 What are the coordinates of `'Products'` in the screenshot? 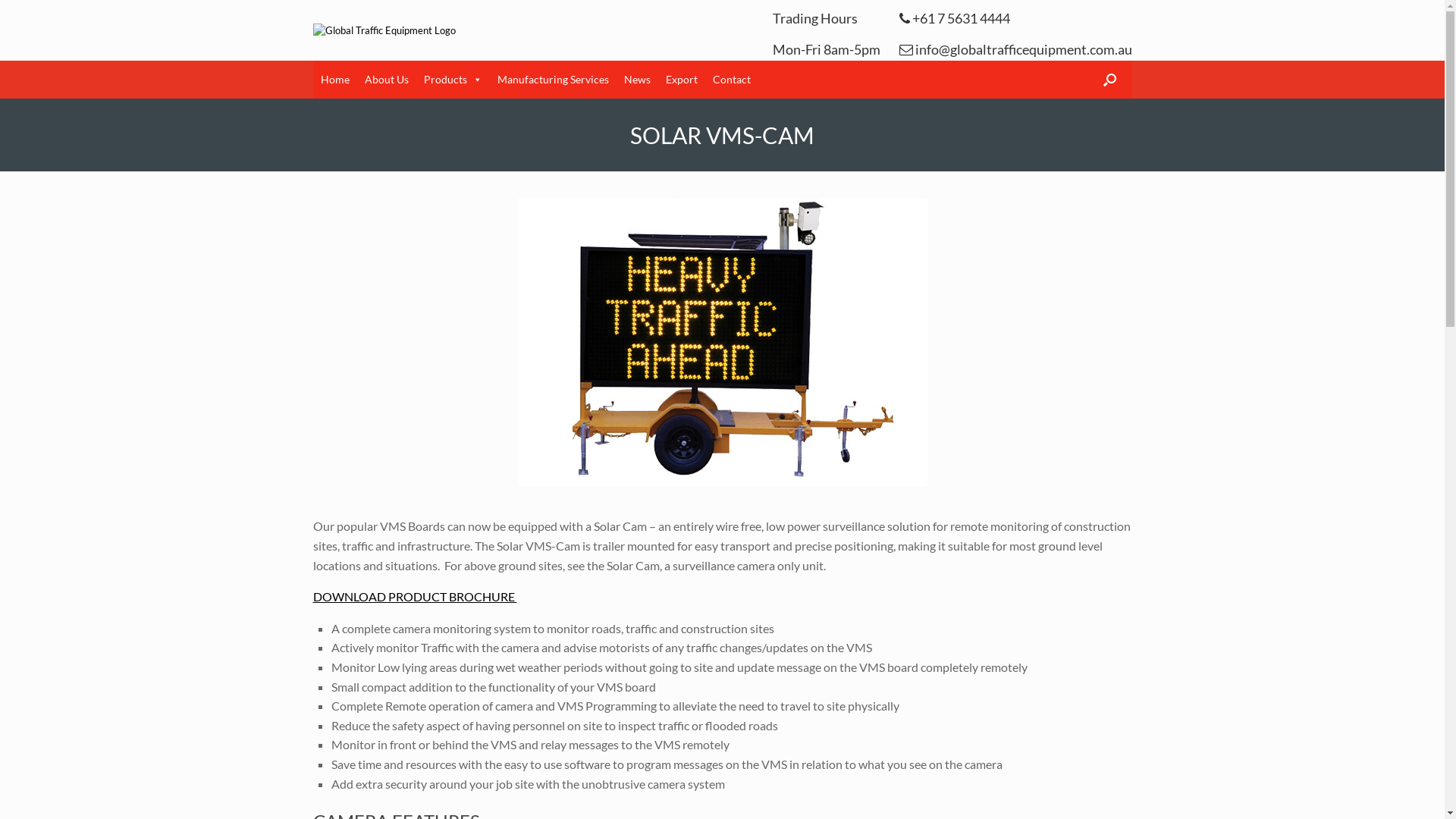 It's located at (451, 79).